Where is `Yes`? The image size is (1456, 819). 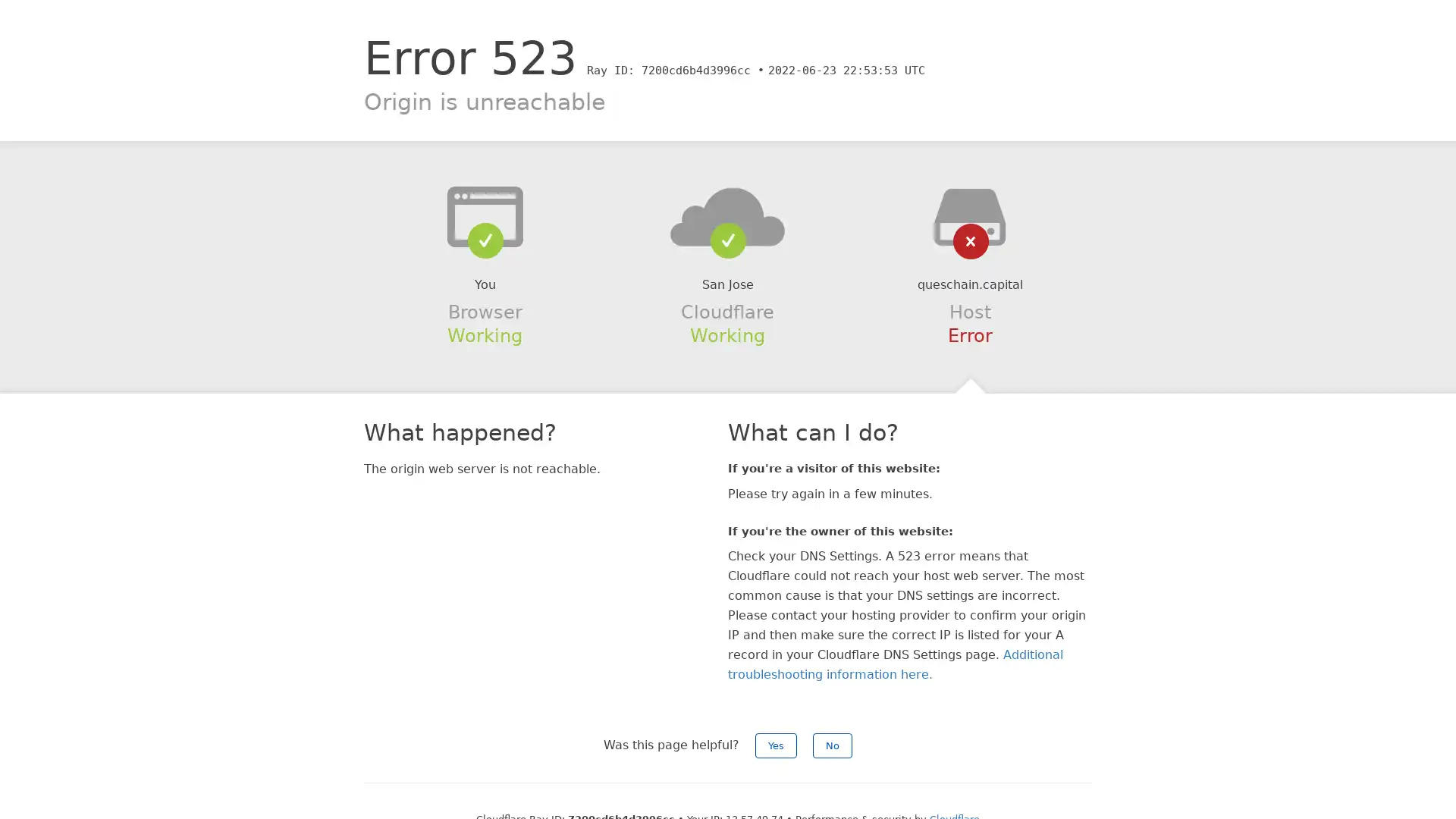
Yes is located at coordinates (776, 745).